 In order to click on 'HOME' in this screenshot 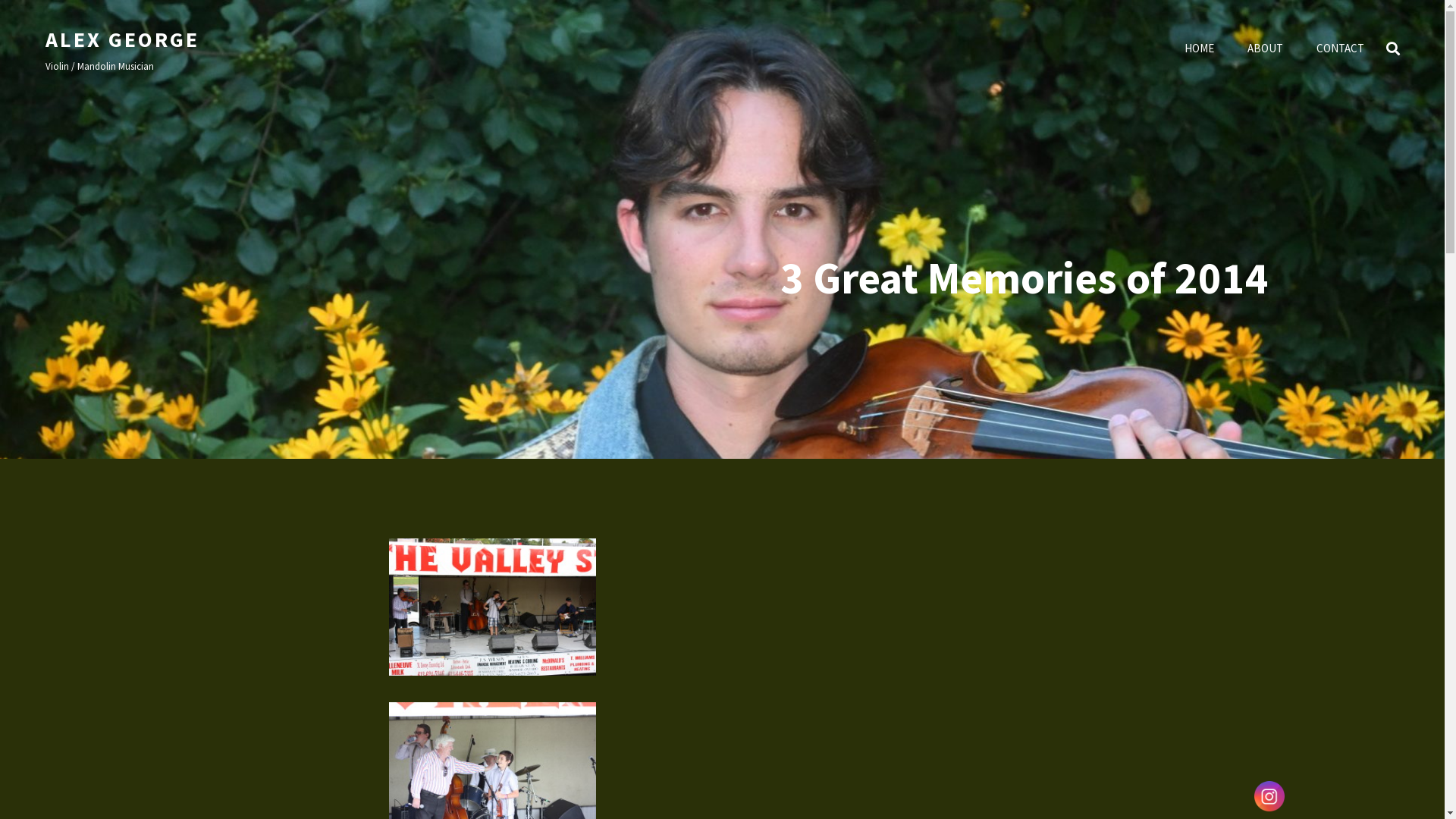, I will do `click(1198, 48)`.